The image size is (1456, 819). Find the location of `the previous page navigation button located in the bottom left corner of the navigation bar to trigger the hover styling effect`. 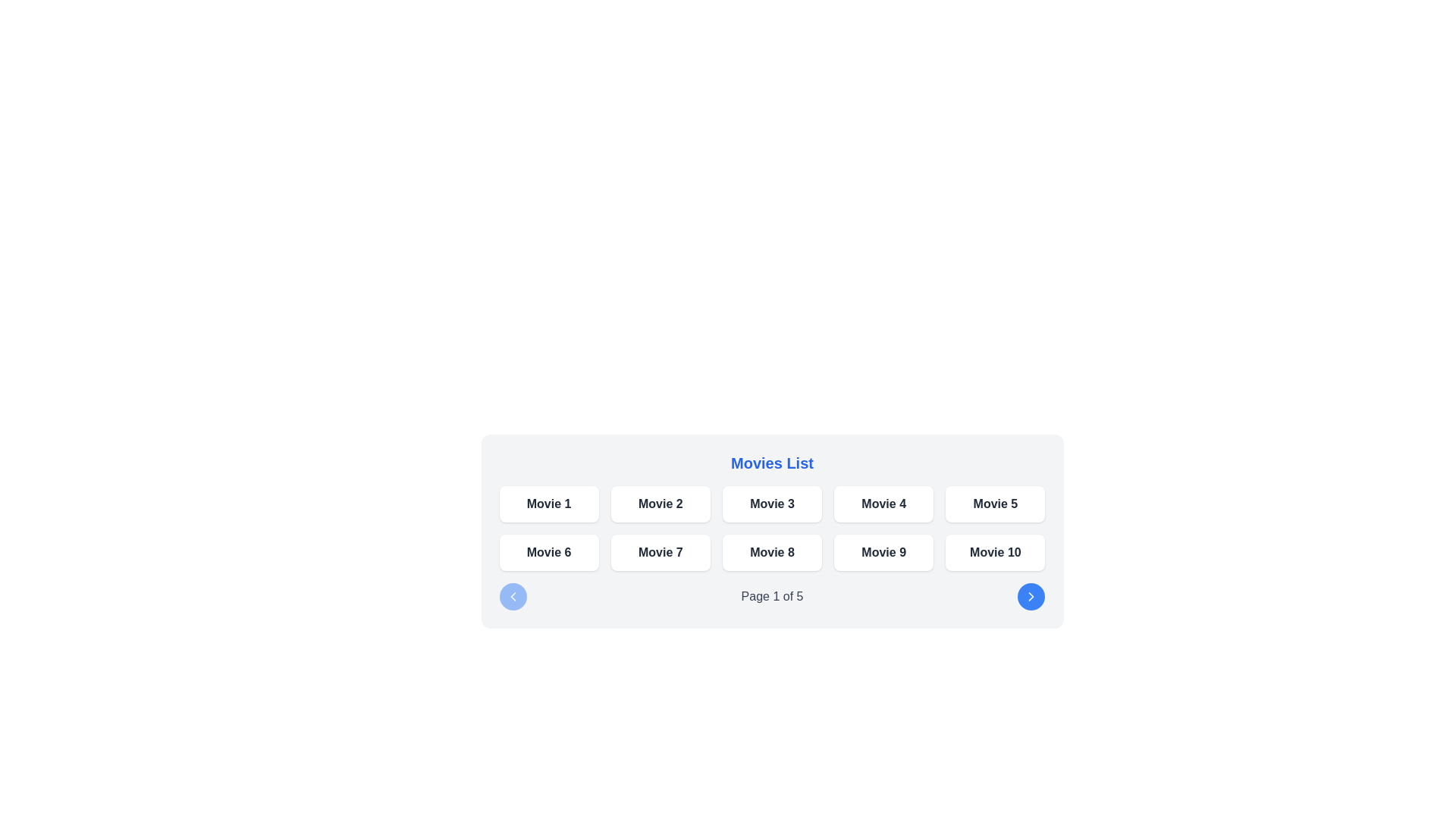

the previous page navigation button located in the bottom left corner of the navigation bar to trigger the hover styling effect is located at coordinates (513, 595).